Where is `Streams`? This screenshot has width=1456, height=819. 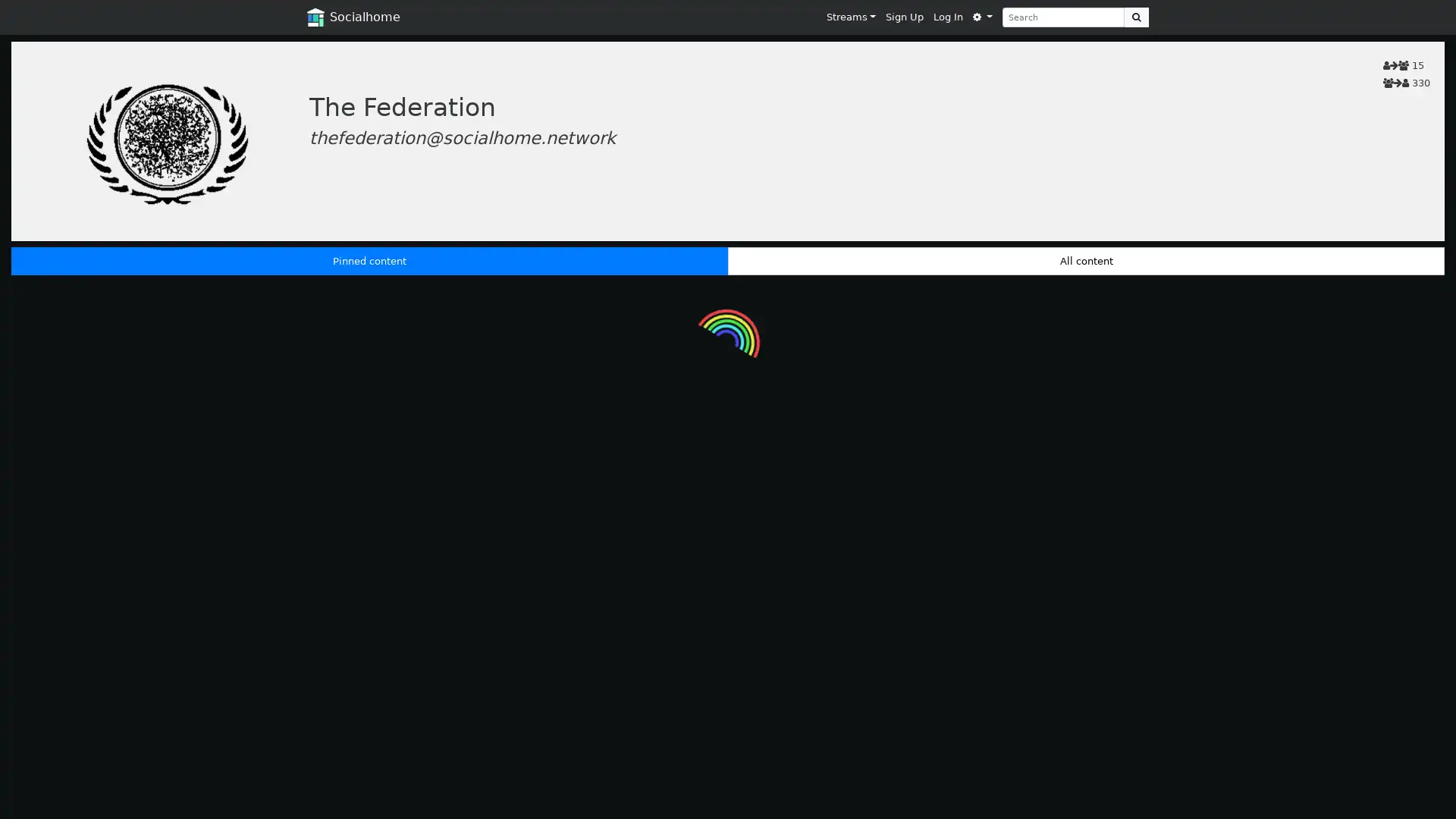
Streams is located at coordinates (851, 17).